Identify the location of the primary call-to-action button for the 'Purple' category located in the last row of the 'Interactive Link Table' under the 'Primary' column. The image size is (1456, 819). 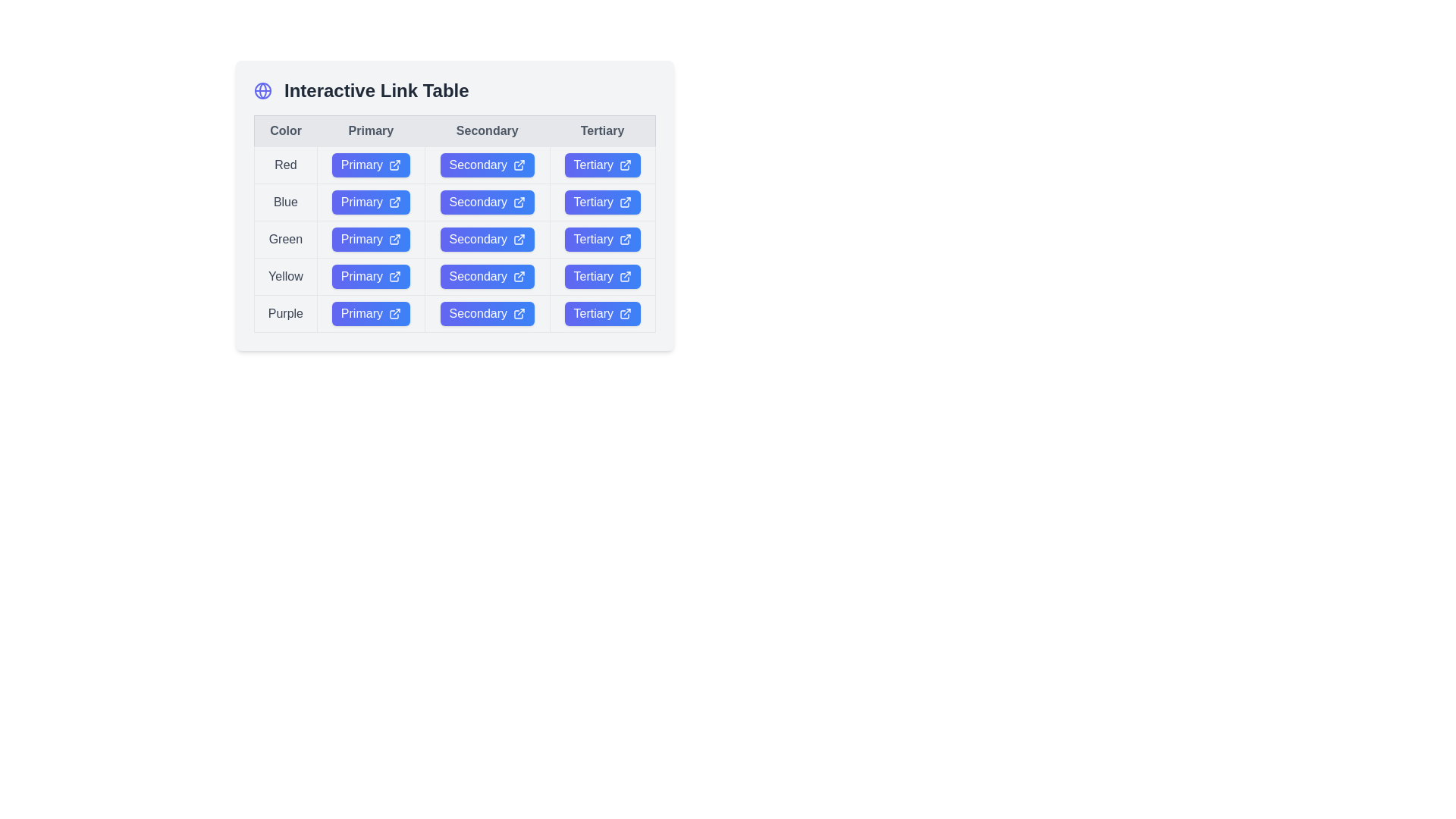
(371, 312).